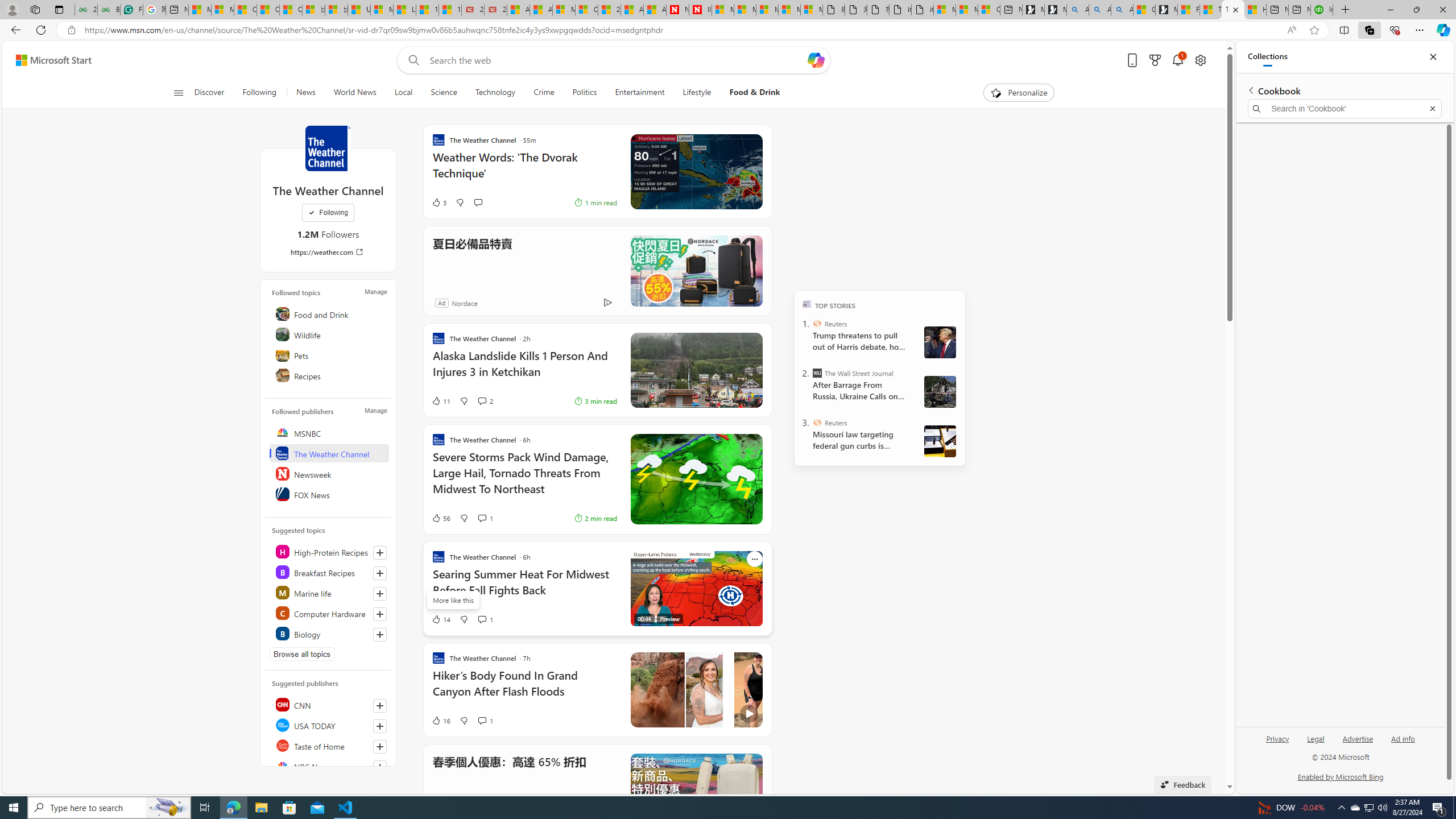 This screenshot has height=819, width=1456. What do you see at coordinates (329, 766) in the screenshot?
I see `'NBC News'` at bounding box center [329, 766].